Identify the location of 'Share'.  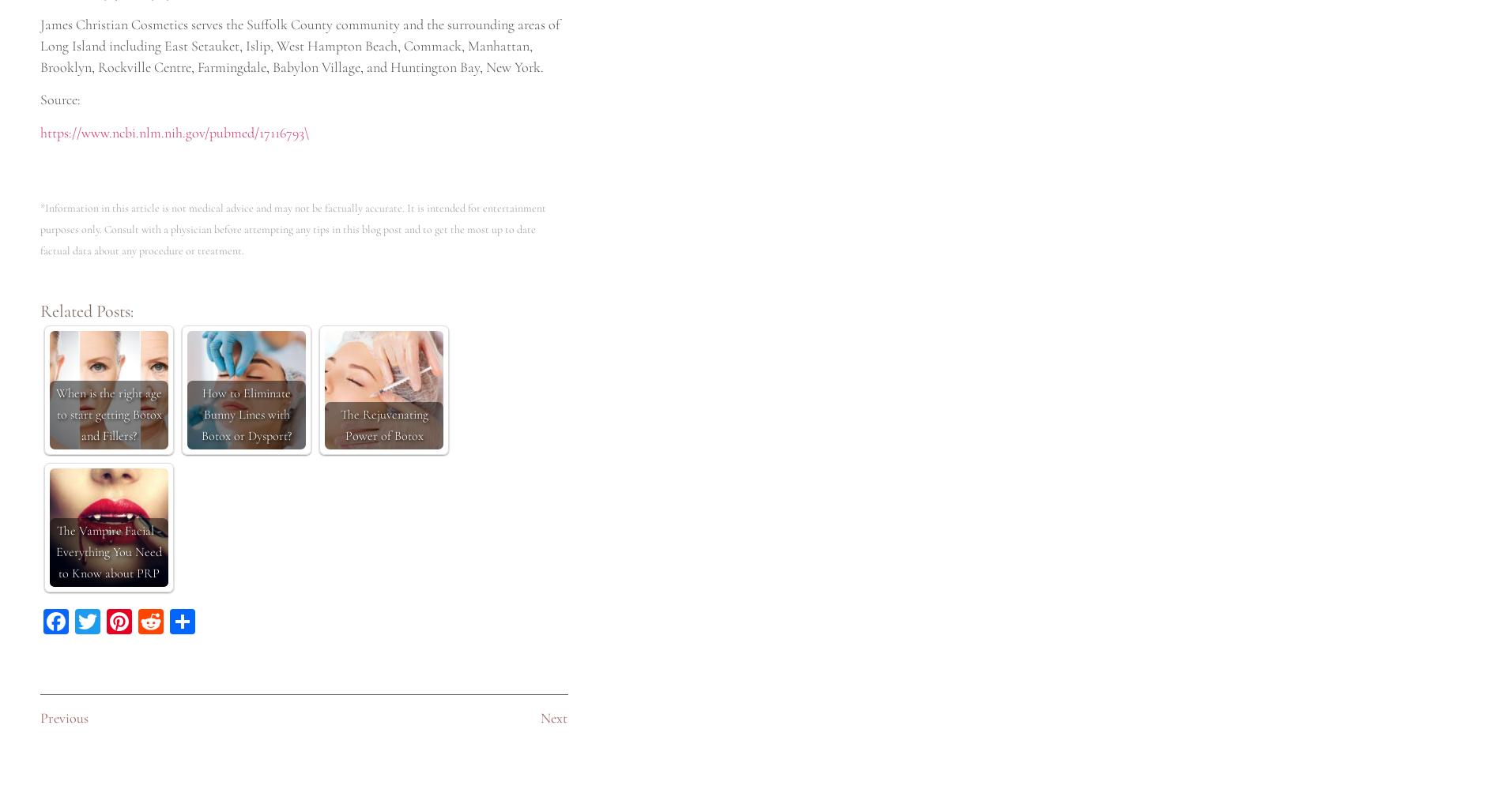
(223, 621).